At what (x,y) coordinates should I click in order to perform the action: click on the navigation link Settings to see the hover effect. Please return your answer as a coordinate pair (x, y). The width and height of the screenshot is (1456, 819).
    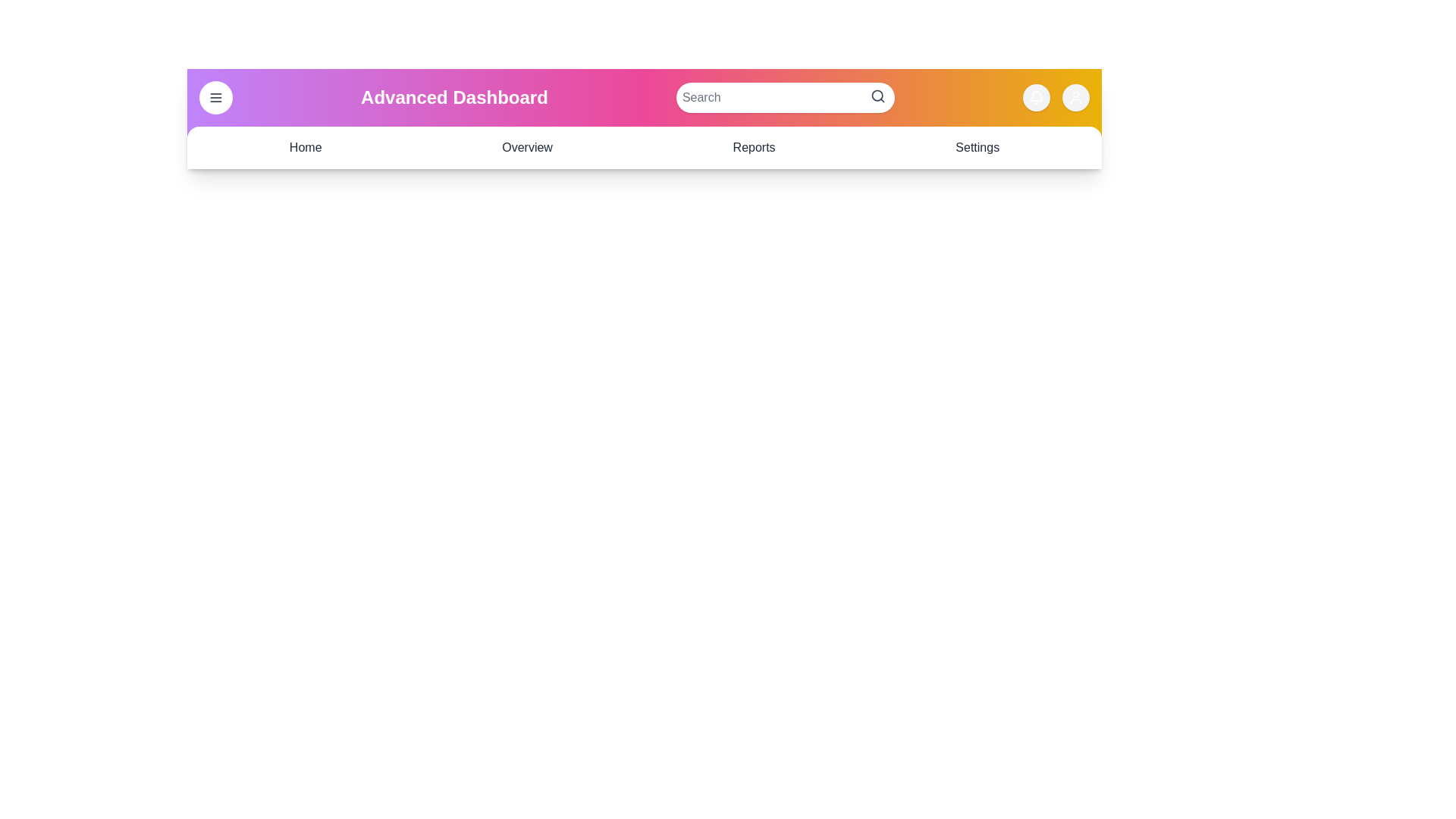
    Looking at the image, I should click on (977, 148).